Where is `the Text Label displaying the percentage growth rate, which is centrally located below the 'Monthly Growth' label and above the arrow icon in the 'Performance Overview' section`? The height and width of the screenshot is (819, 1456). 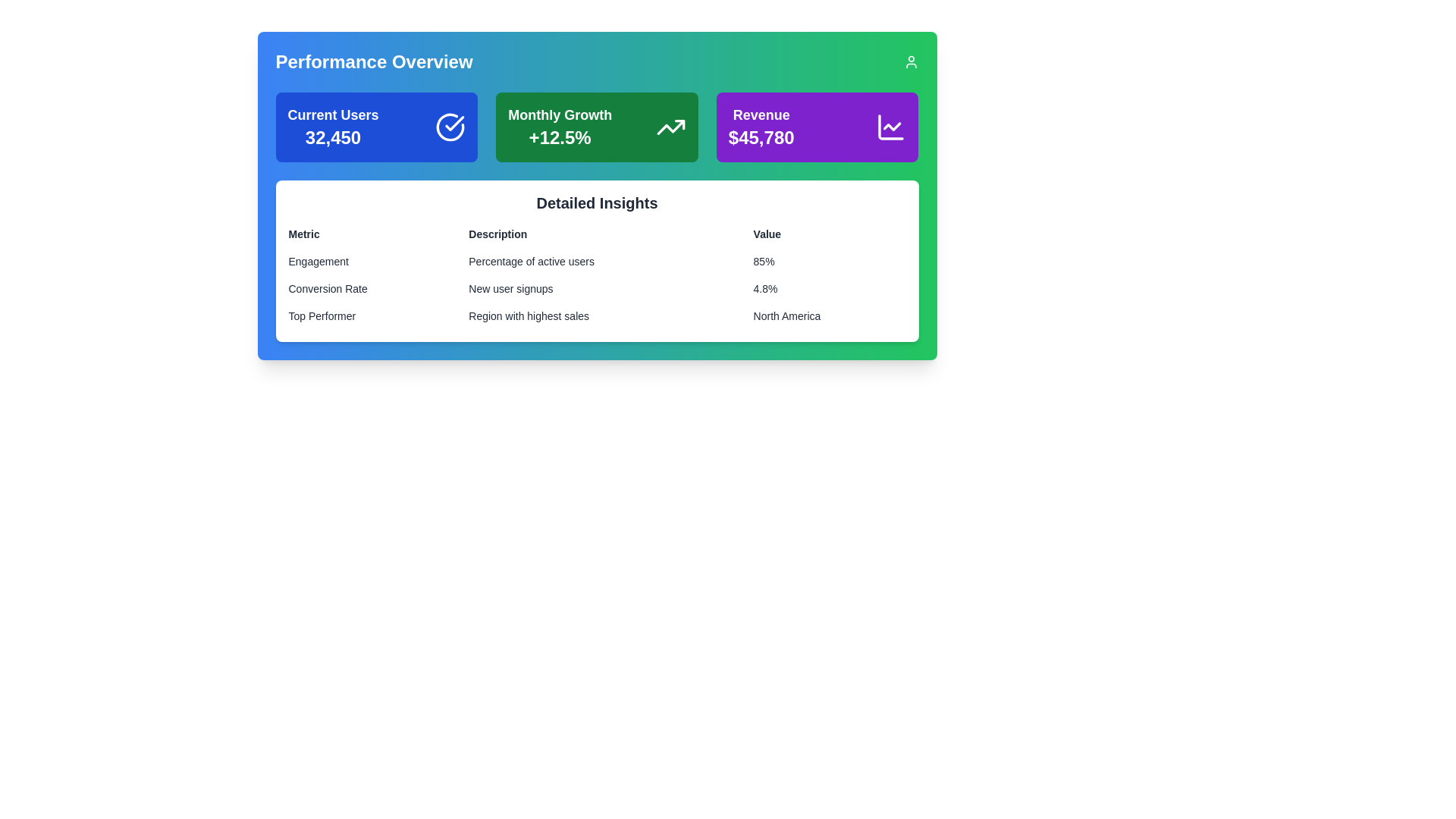
the Text Label displaying the percentage growth rate, which is centrally located below the 'Monthly Growth' label and above the arrow icon in the 'Performance Overview' section is located at coordinates (559, 137).